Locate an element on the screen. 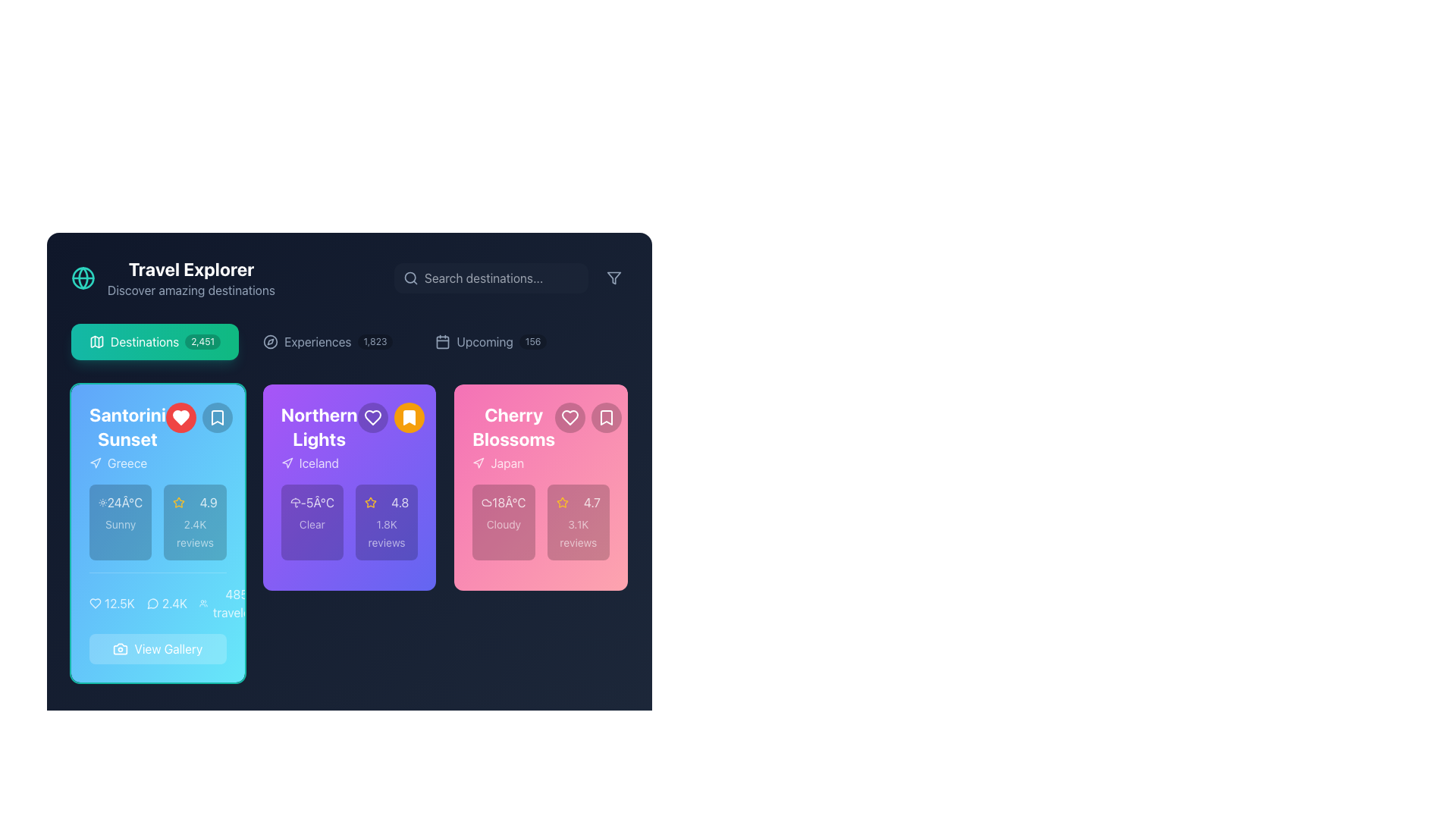 The width and height of the screenshot is (1456, 819). the informational card displaying details about 'Cherry Blossoms' in Japan is located at coordinates (541, 532).